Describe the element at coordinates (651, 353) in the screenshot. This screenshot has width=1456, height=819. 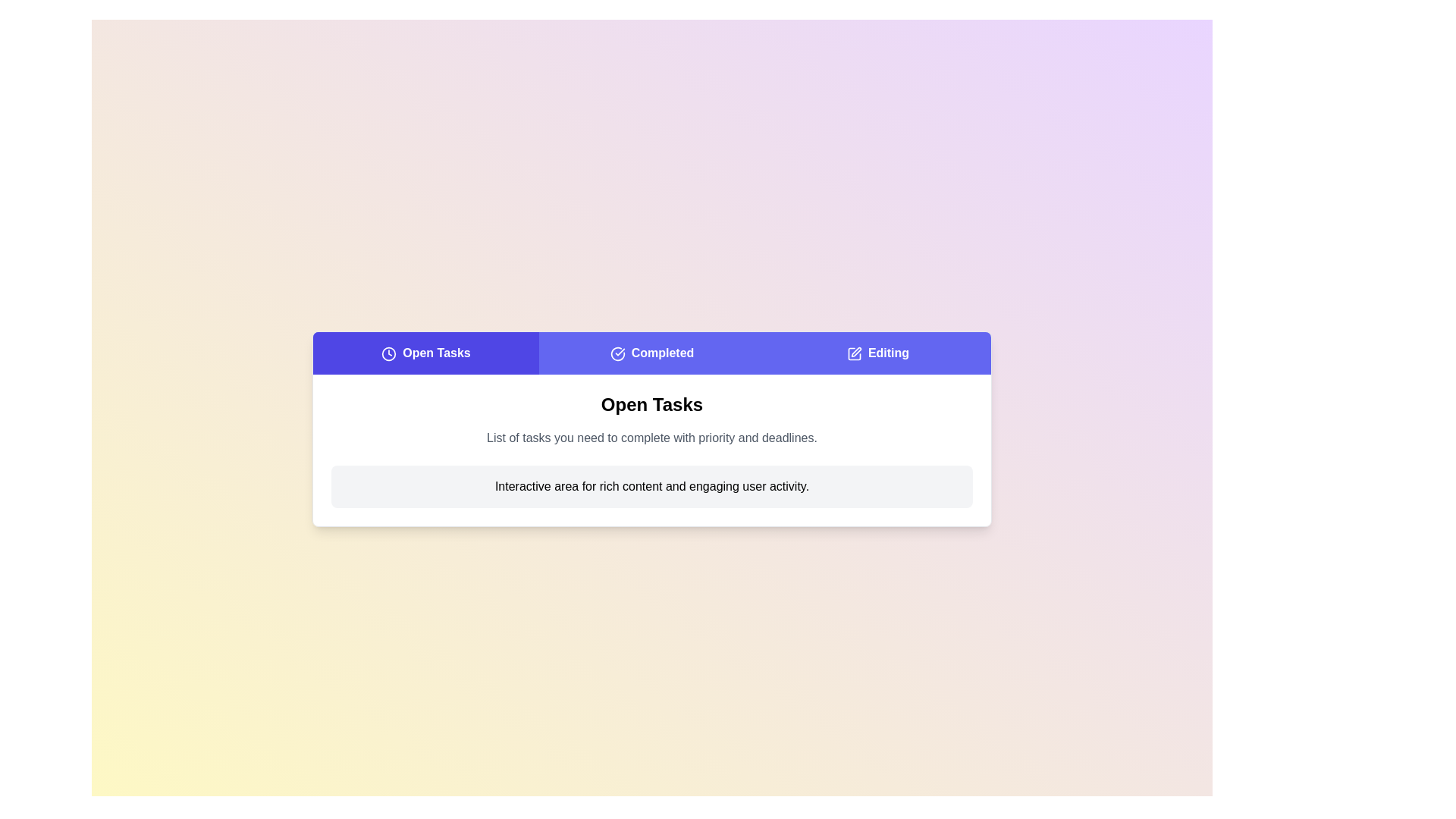
I see `the tab labeled Completed` at that location.